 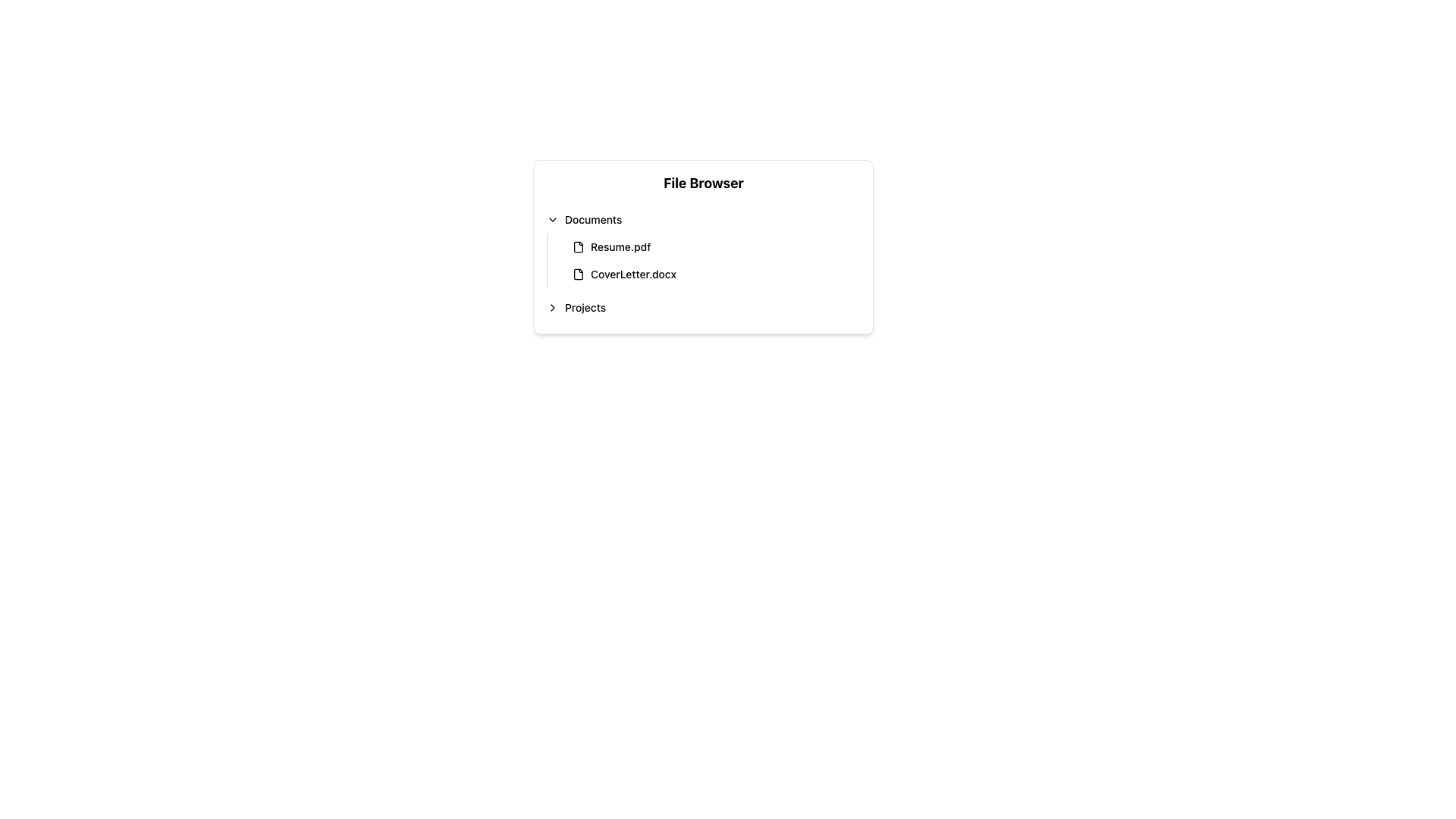 I want to click on the file name 'CoverLetter.docx' in the Documents folder, so click(x=633, y=275).